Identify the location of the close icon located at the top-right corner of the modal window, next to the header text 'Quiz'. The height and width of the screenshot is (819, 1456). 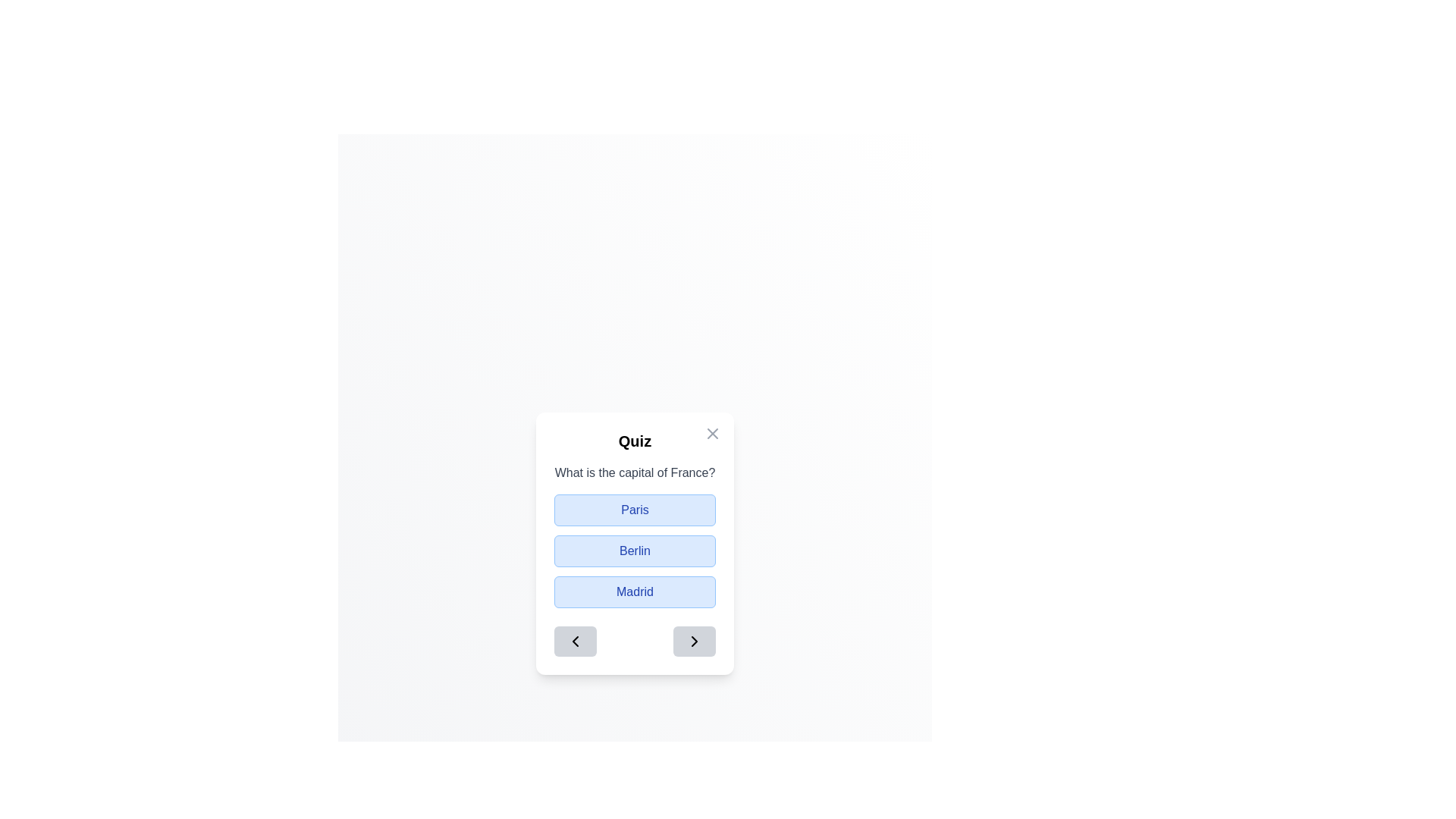
(712, 433).